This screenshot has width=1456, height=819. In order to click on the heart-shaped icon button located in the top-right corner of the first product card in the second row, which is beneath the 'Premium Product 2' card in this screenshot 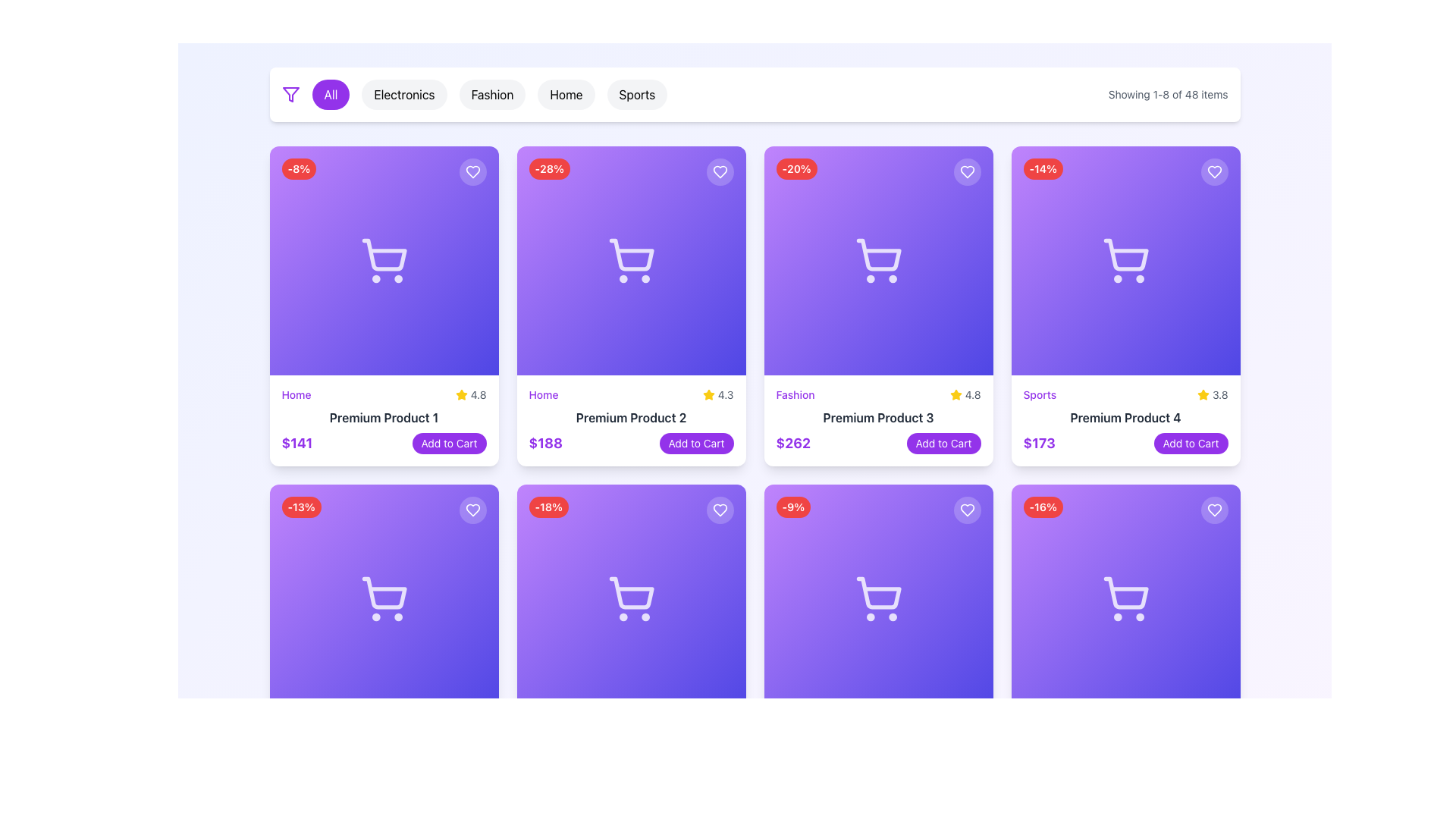, I will do `click(472, 510)`.